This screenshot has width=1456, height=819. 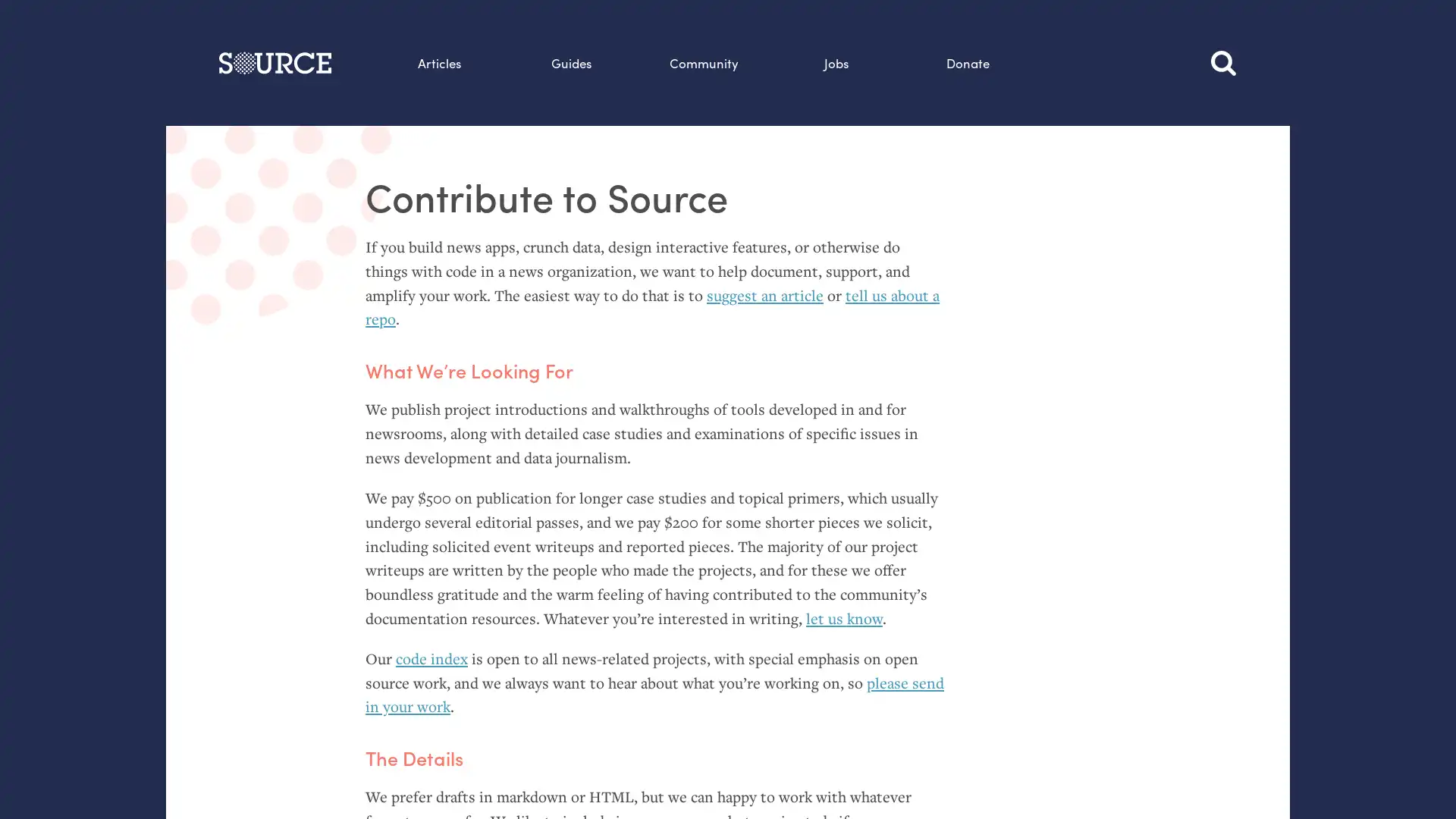 I want to click on Search this site, so click(x=165, y=125).